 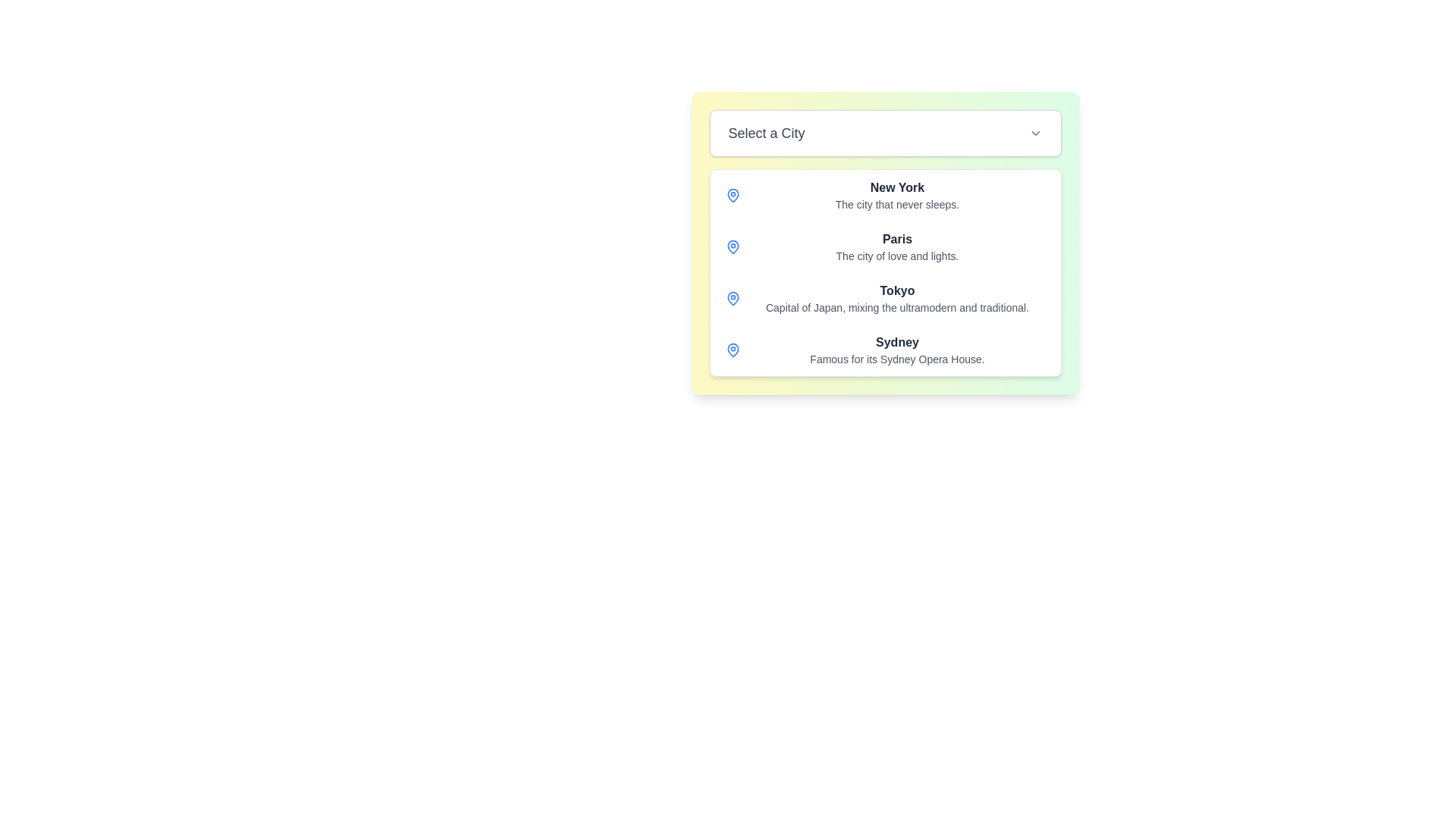 I want to click on the Dropdown menu trigger labeled 'Select a City', so click(x=885, y=133).